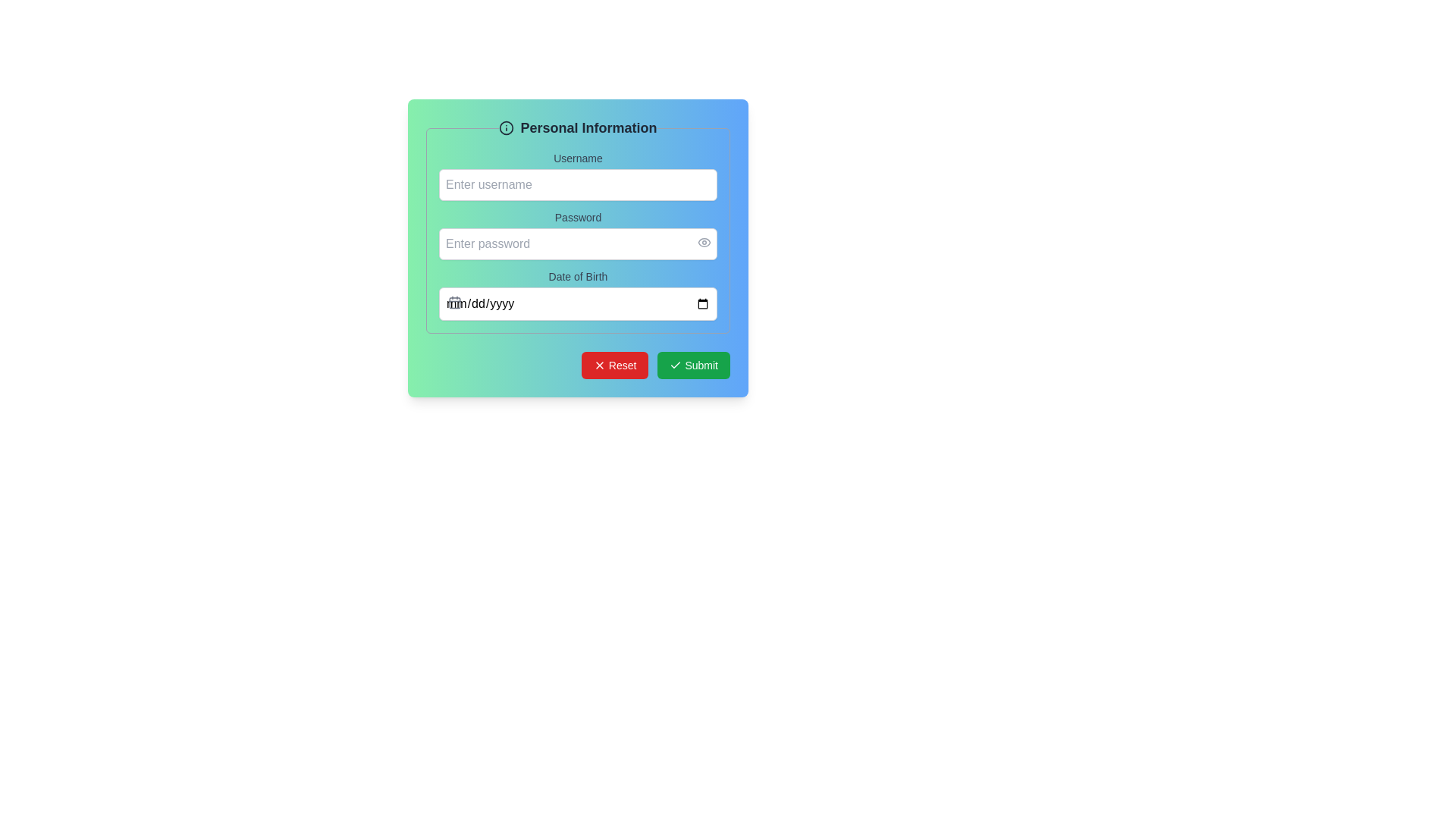 The width and height of the screenshot is (1456, 819). What do you see at coordinates (704, 242) in the screenshot?
I see `the eye icon located in the right section of the 'Password' input field` at bounding box center [704, 242].